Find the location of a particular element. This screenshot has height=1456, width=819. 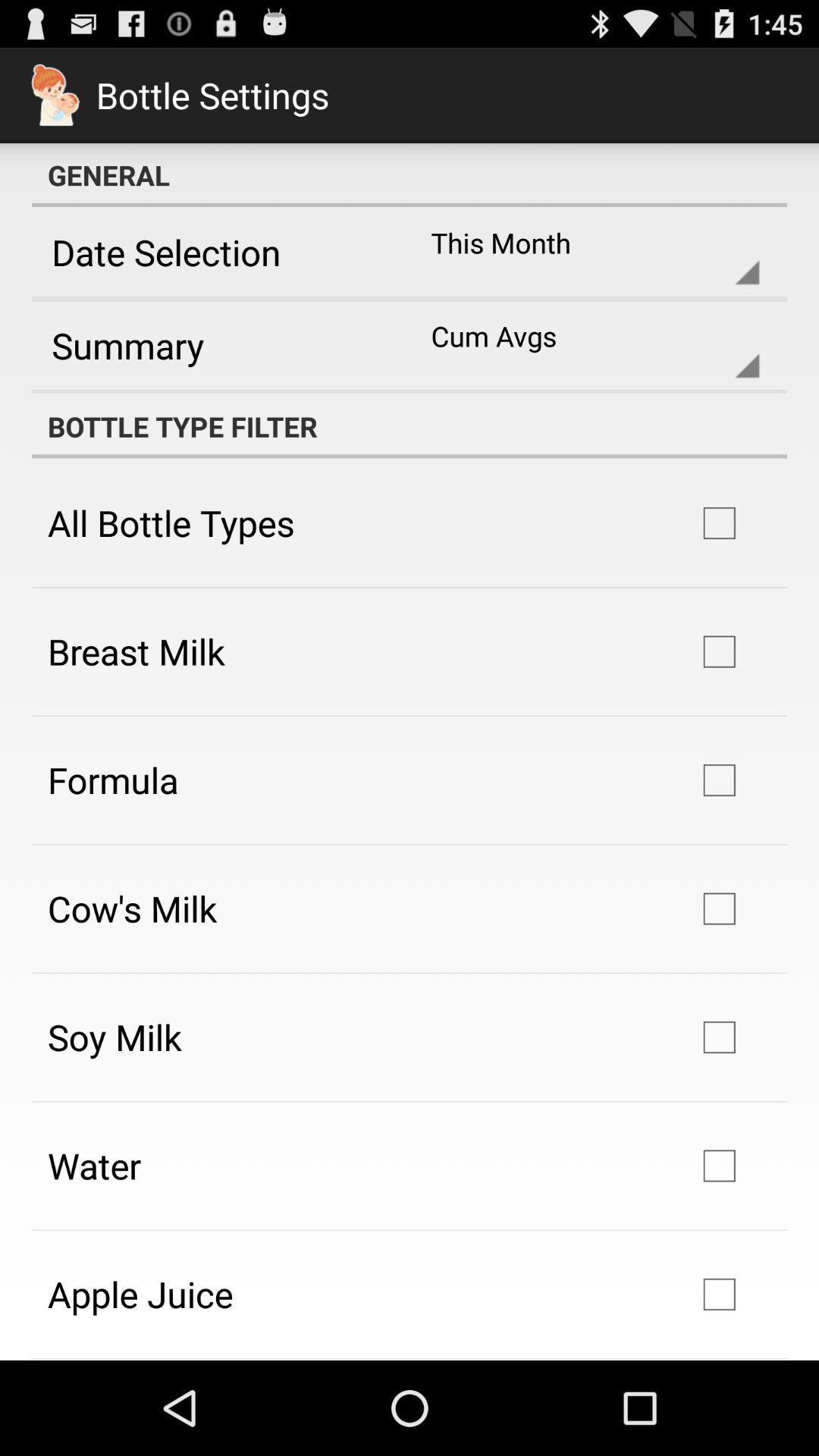

the app below the formula icon is located at coordinates (131, 908).